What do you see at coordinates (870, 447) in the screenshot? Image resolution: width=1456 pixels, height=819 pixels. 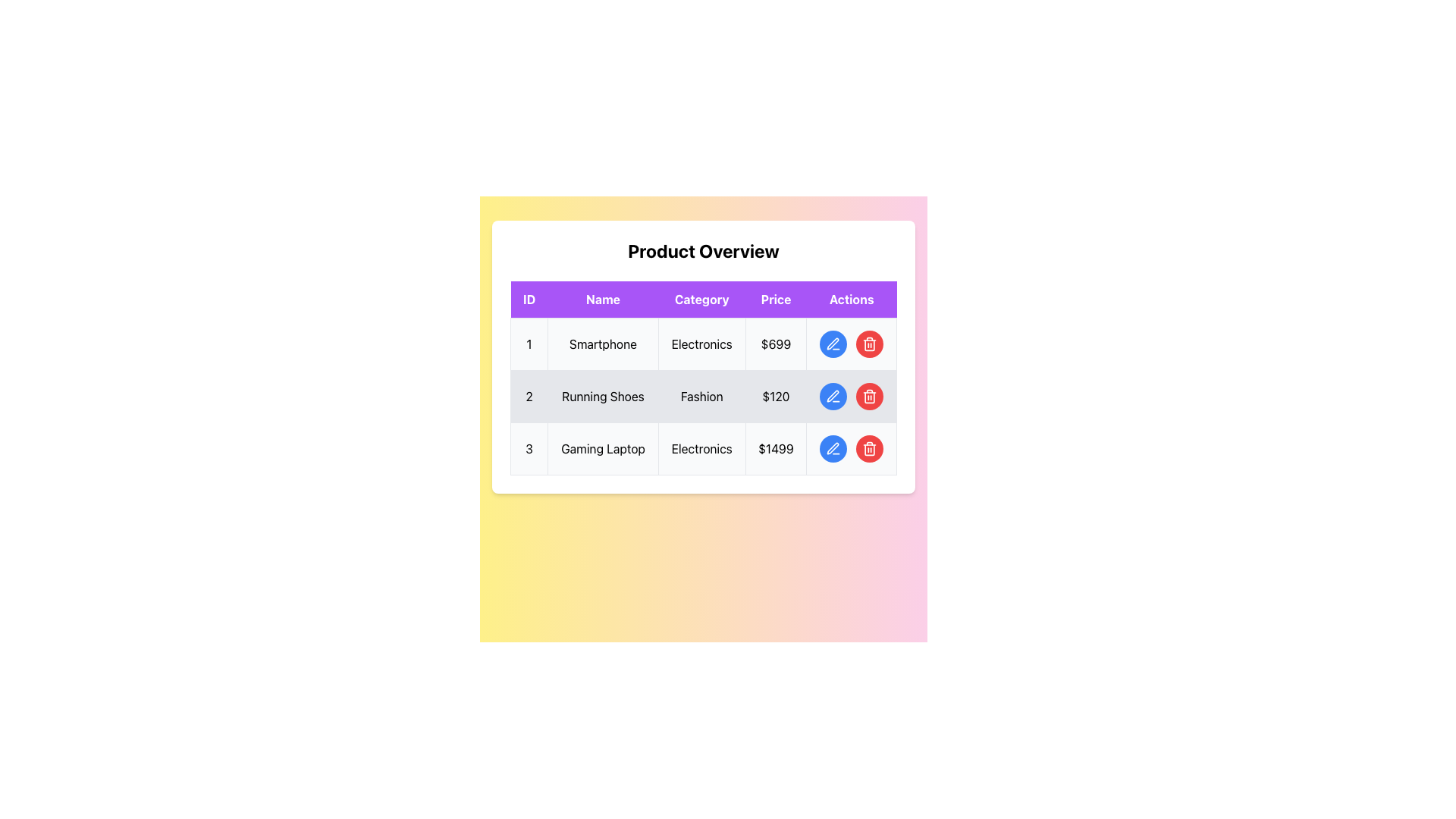 I see `the trash can icon located within the red circular button at the far right of the 'Actions' column for the 'Gaming Laptop' product` at bounding box center [870, 447].